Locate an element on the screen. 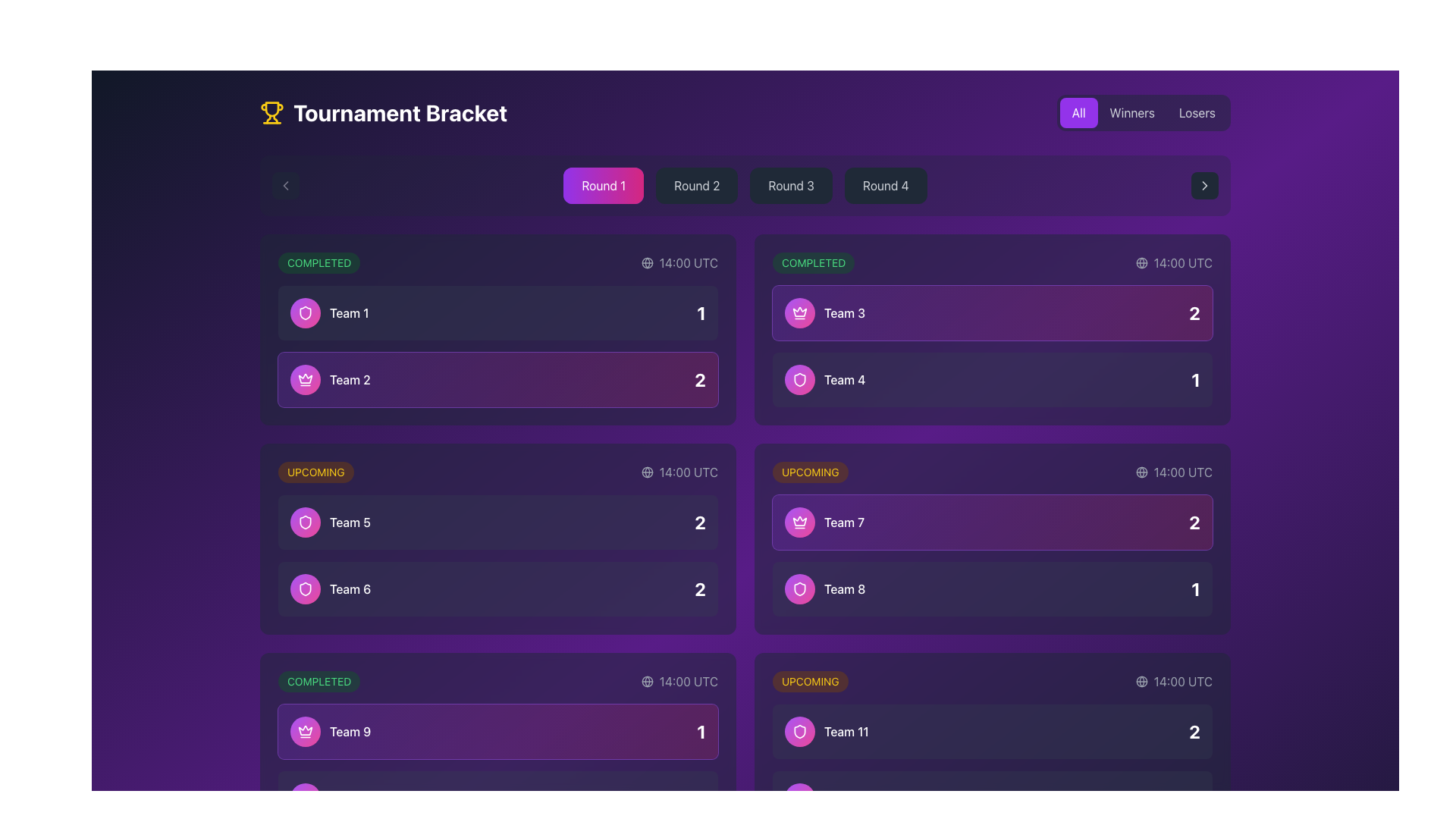 Image resolution: width=1456 pixels, height=819 pixels. text label displaying '14:00 UTC' next to the globe icon, located on the right side of the tournament bracket interface under the 'COMPLETED' status division is located at coordinates (679, 680).